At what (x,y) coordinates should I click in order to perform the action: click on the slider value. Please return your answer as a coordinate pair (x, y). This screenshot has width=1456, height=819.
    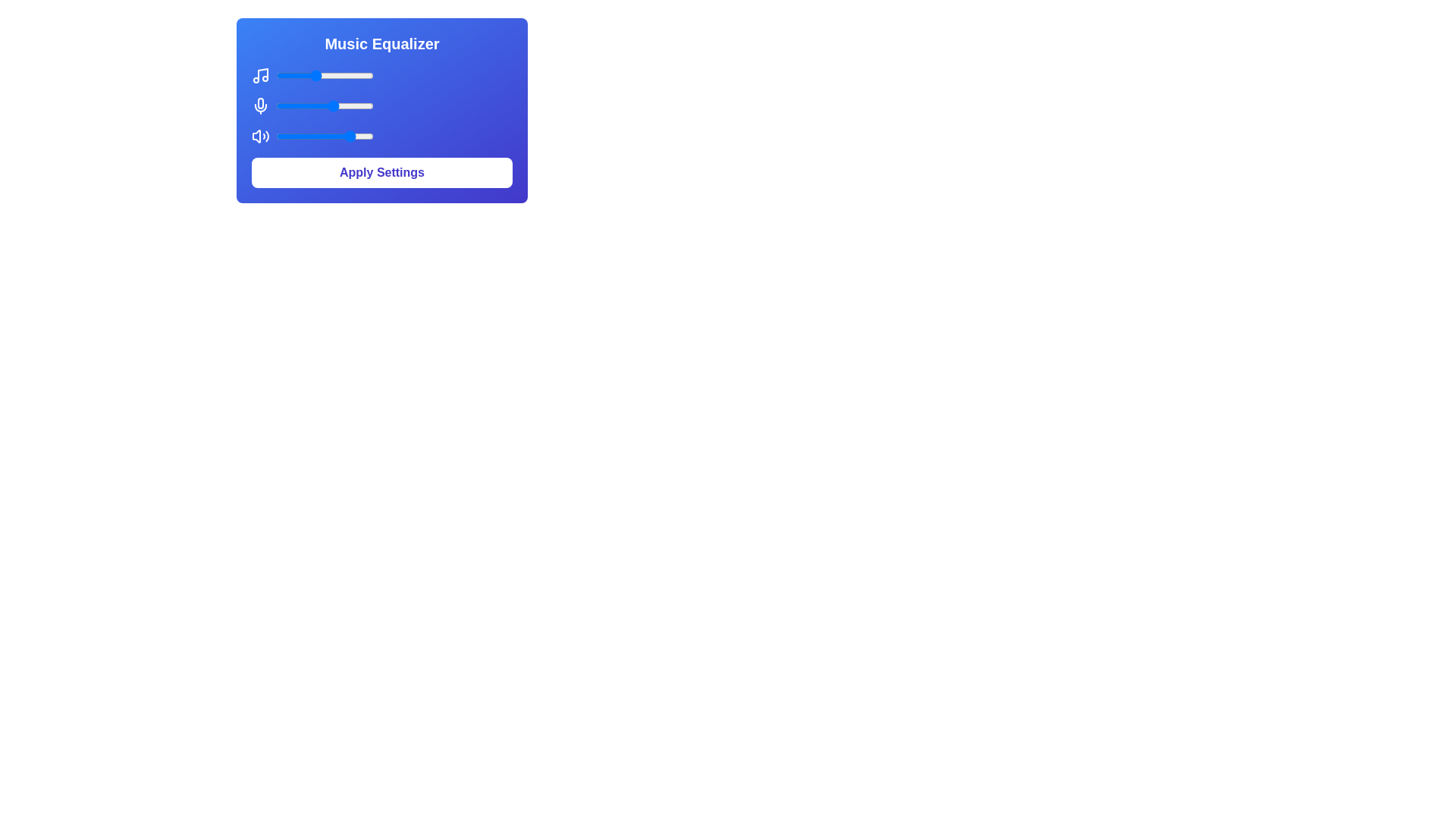
    Looking at the image, I should click on (360, 105).